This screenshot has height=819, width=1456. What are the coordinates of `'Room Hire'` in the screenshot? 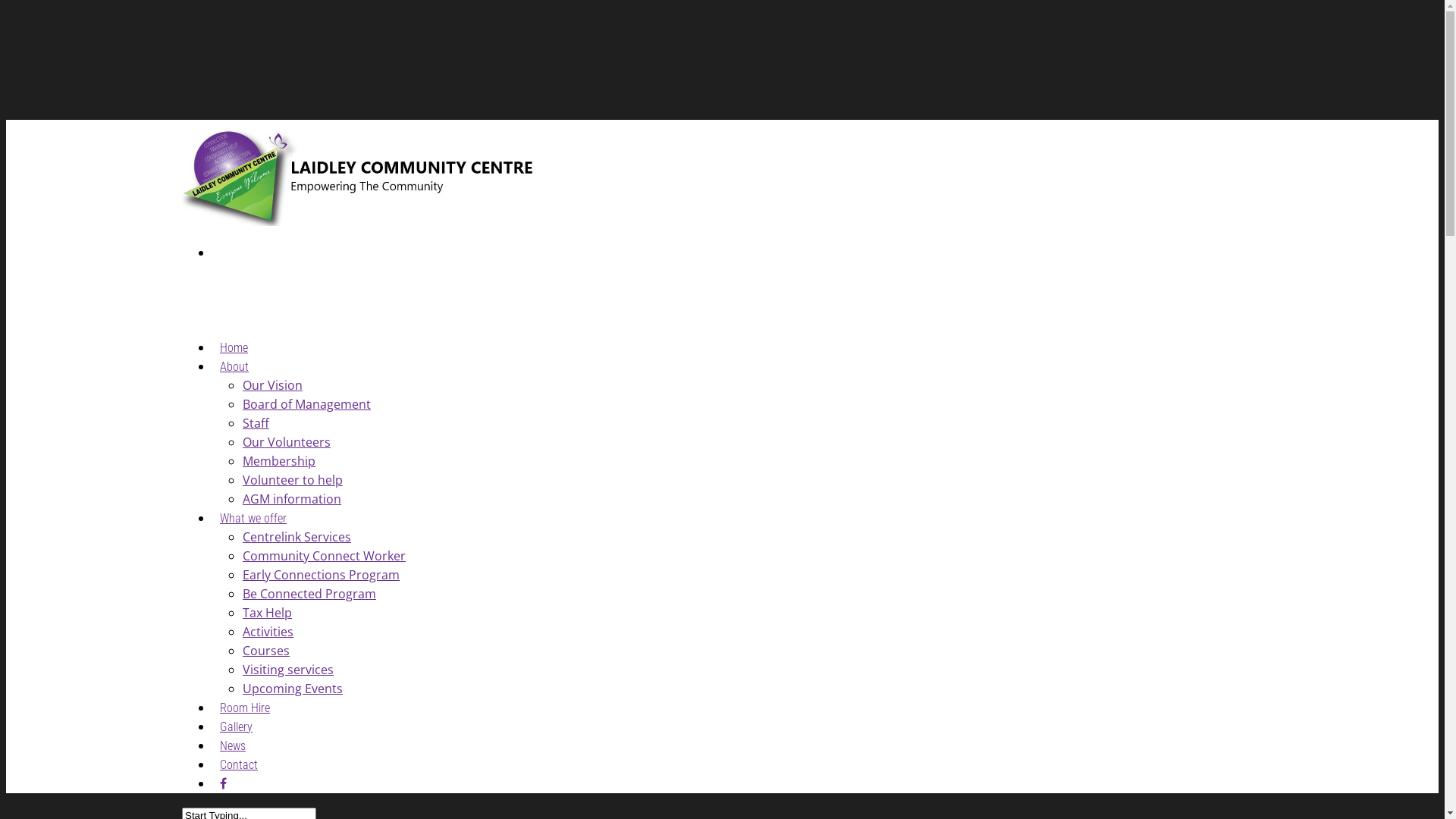 It's located at (244, 711).